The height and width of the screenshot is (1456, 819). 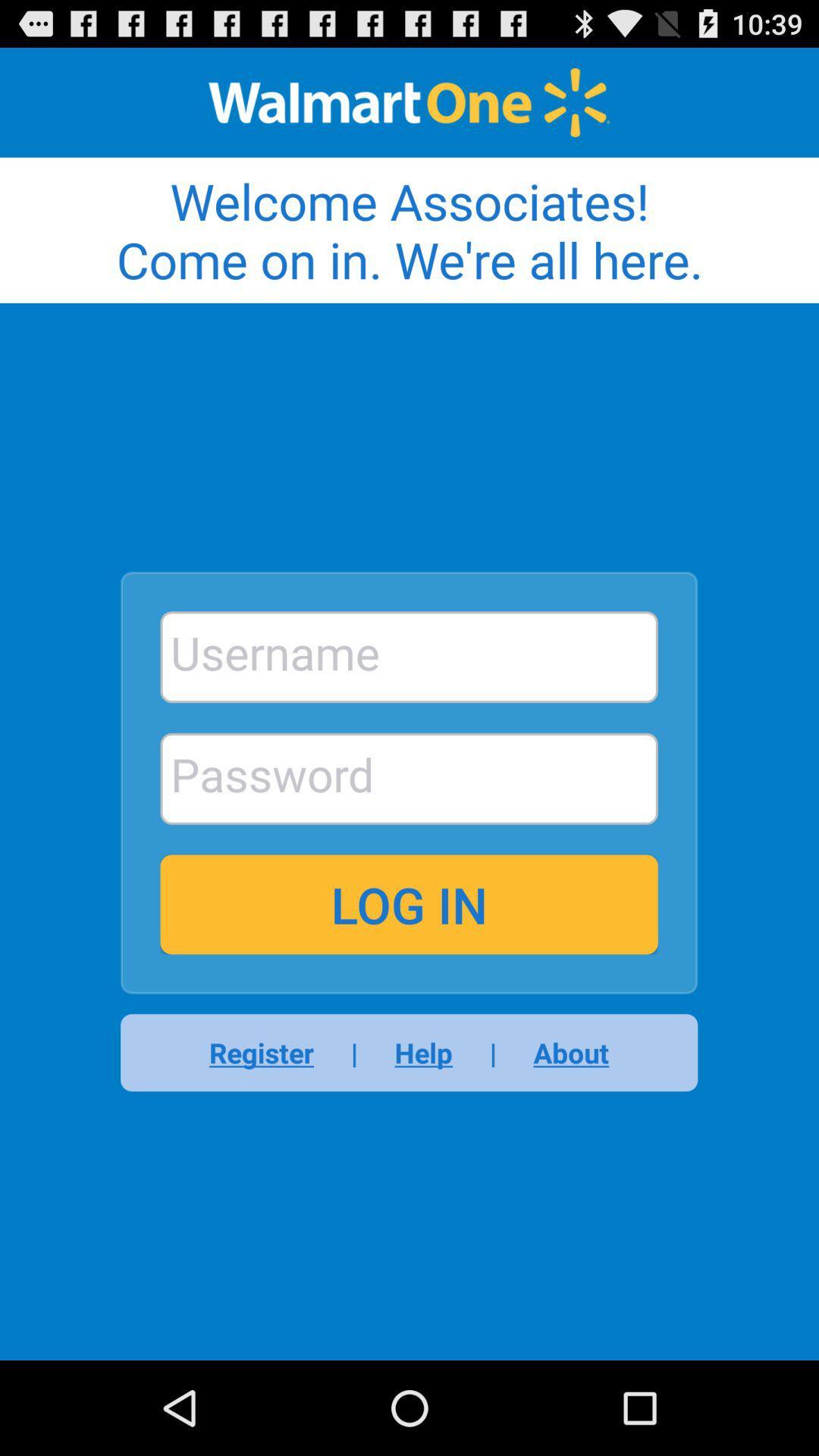 I want to click on the  about  icon, so click(x=561, y=1052).